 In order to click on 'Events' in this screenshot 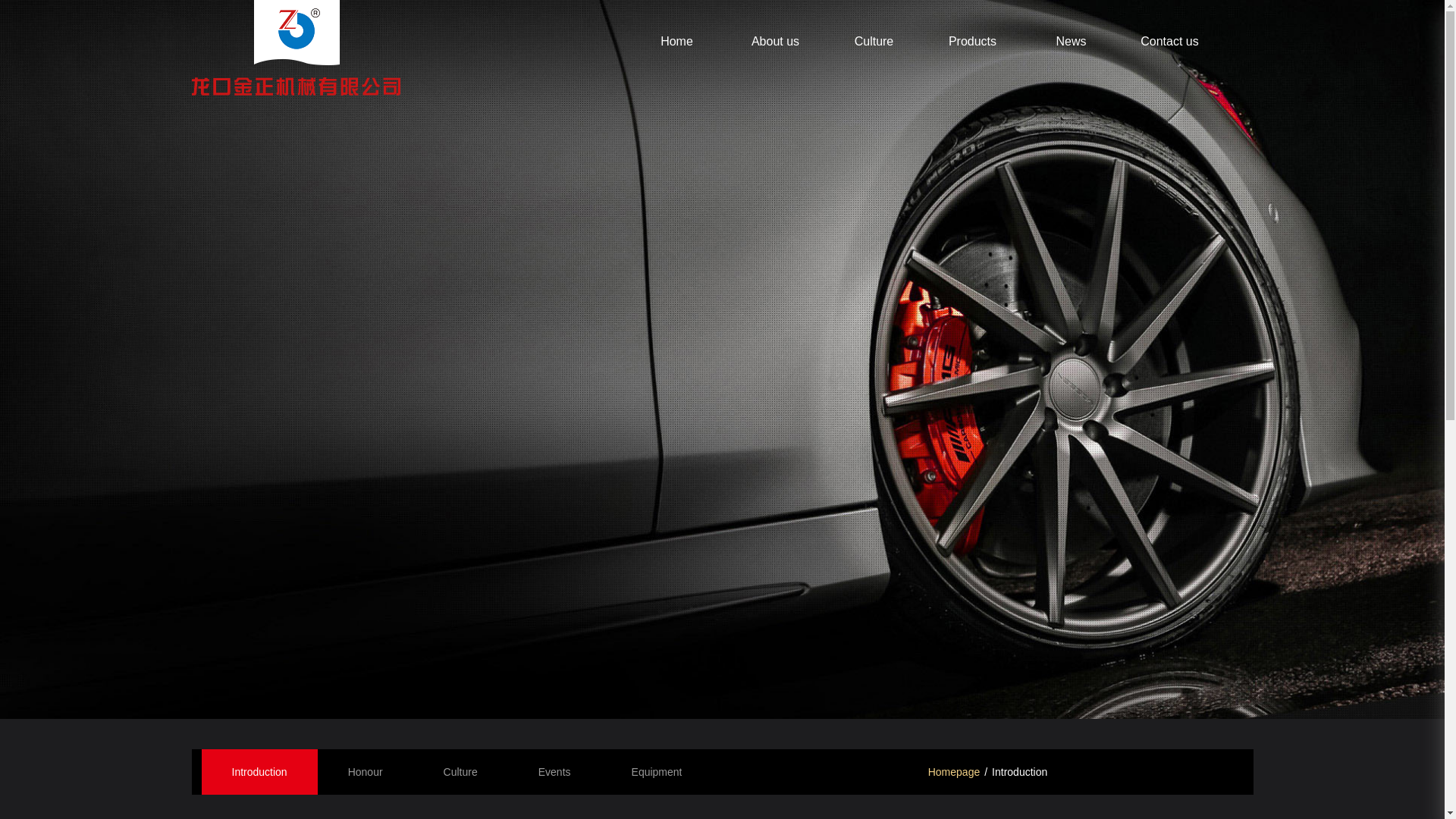, I will do `click(554, 772)`.